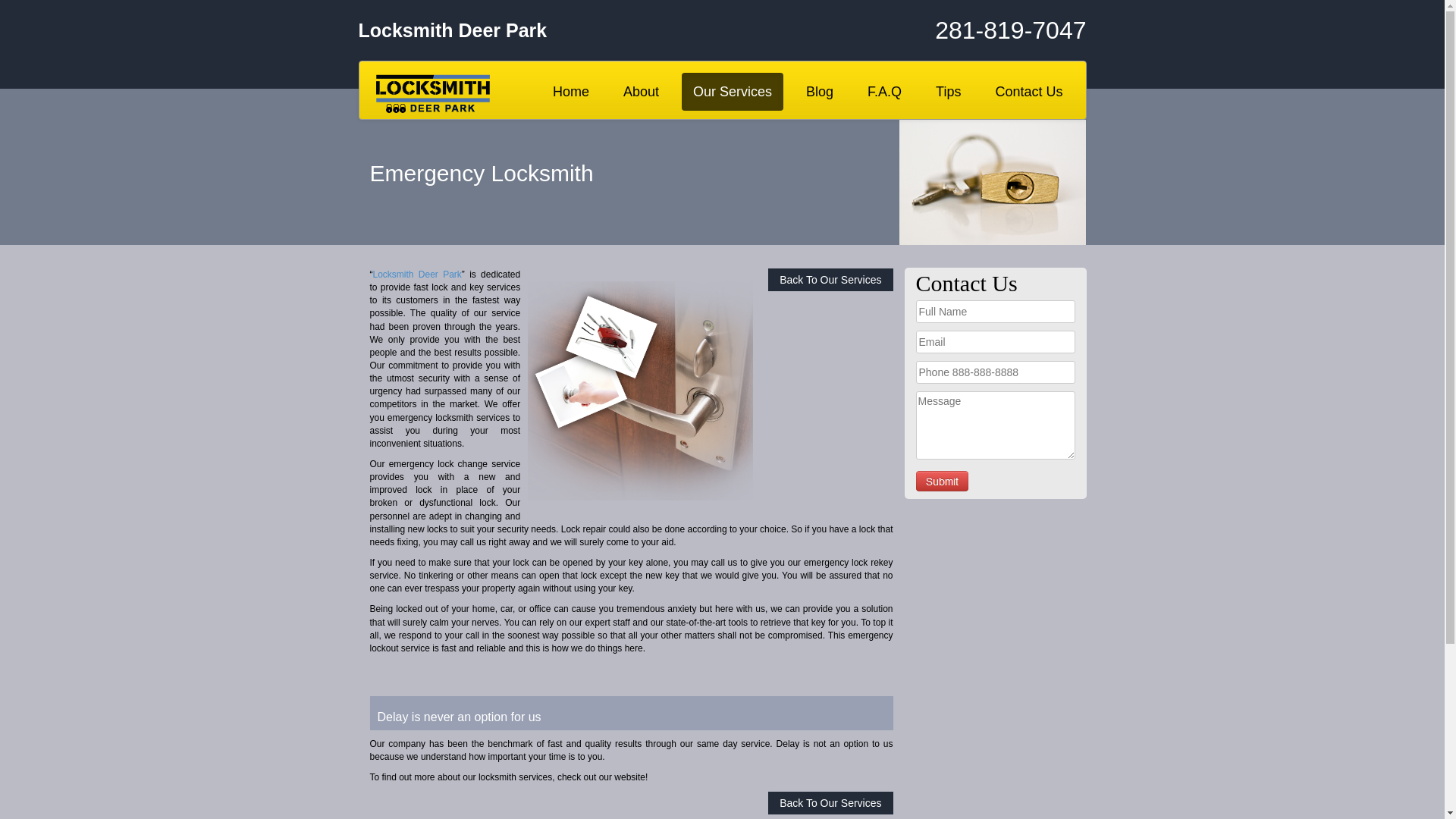 The image size is (1456, 819). What do you see at coordinates (818, 91) in the screenshot?
I see `'Blog'` at bounding box center [818, 91].